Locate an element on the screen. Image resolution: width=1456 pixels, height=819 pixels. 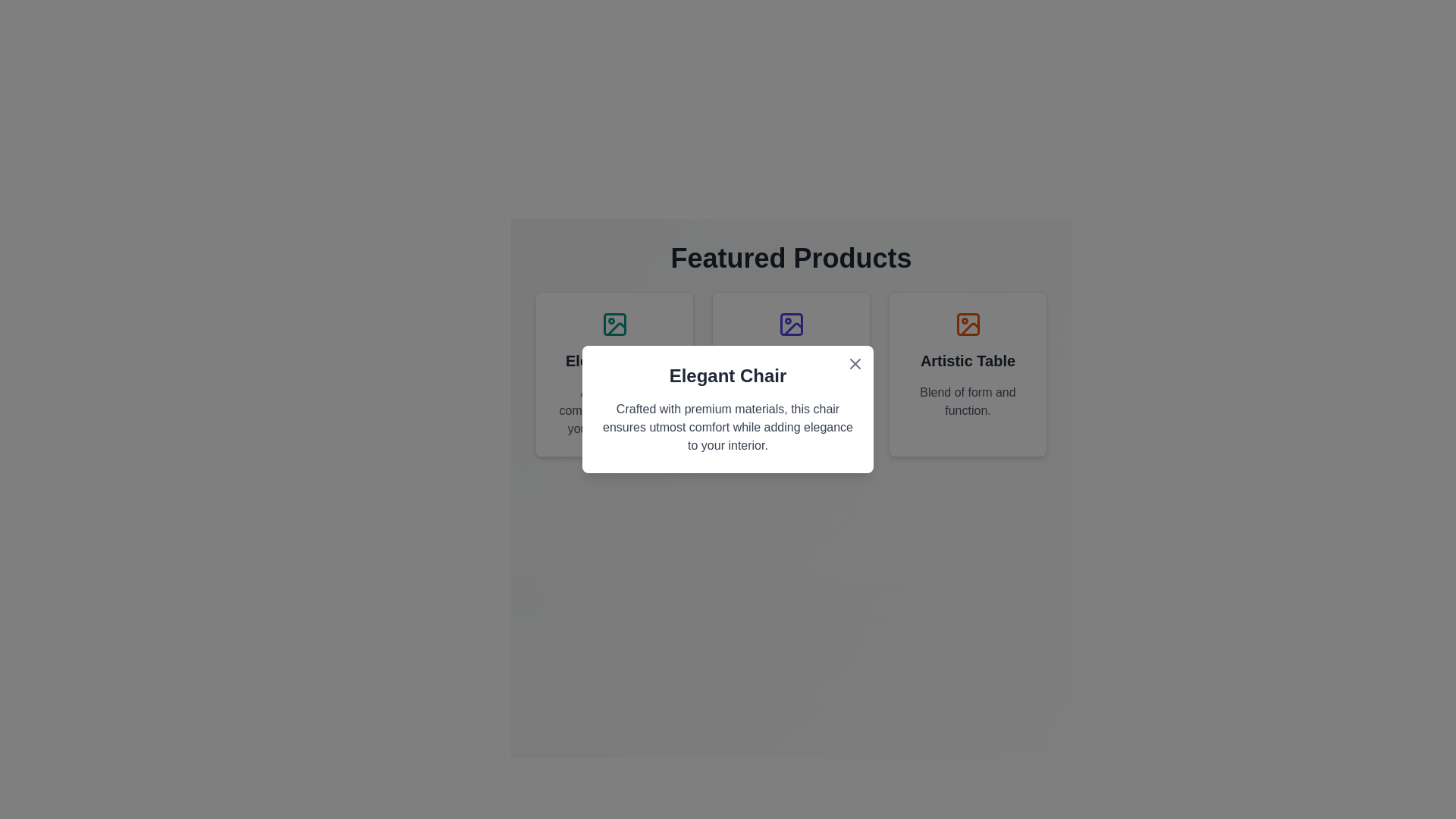
the Informational Modal titled 'Elegant Chair' which has a white background and rounded corners is located at coordinates (728, 409).